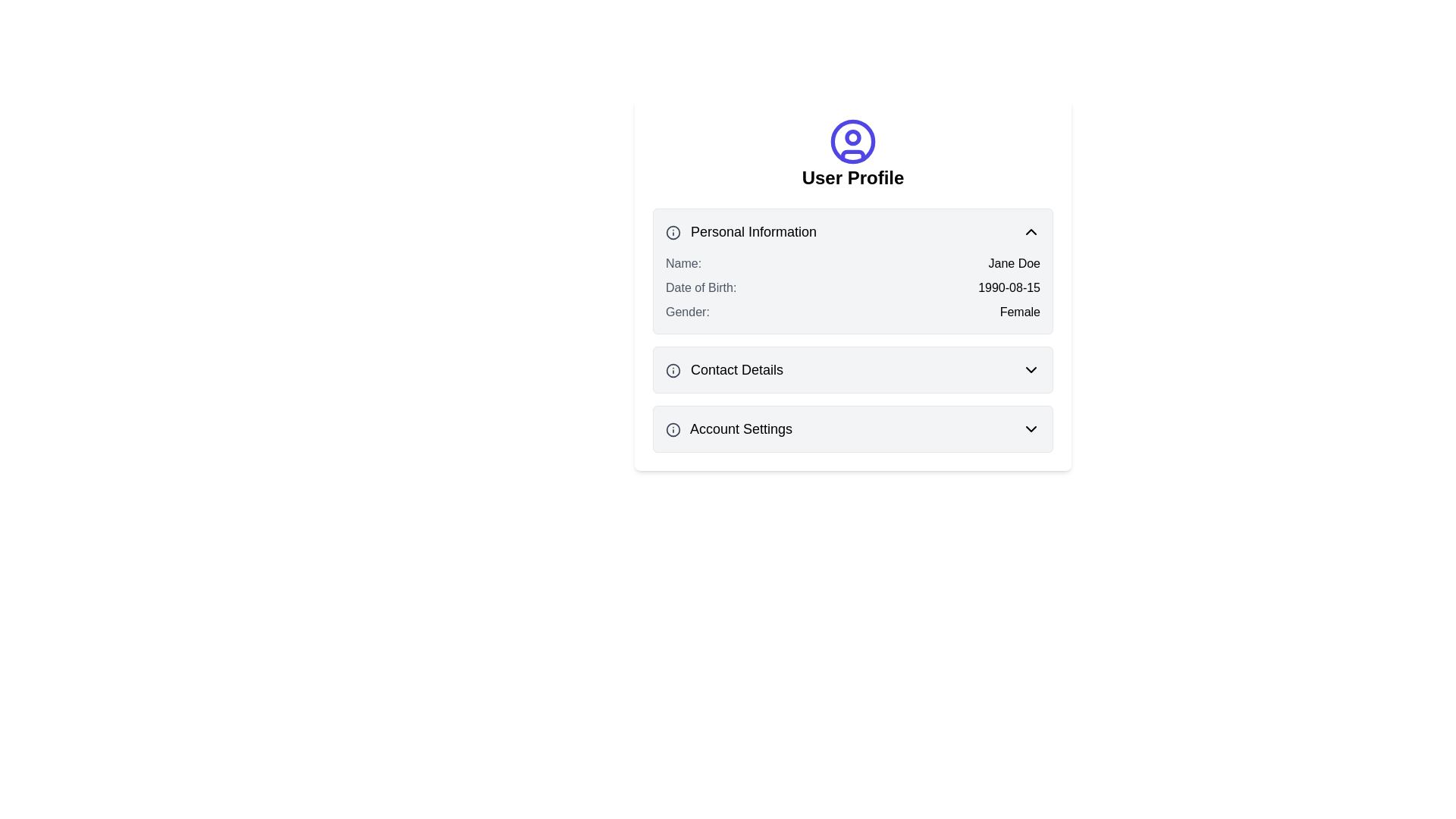 Image resolution: width=1456 pixels, height=819 pixels. I want to click on the user's name display row labeled 'Name:' which is the first item in the 'Personal Information' group, positioned above 'Date of Birth' and 'Gender', so click(852, 262).